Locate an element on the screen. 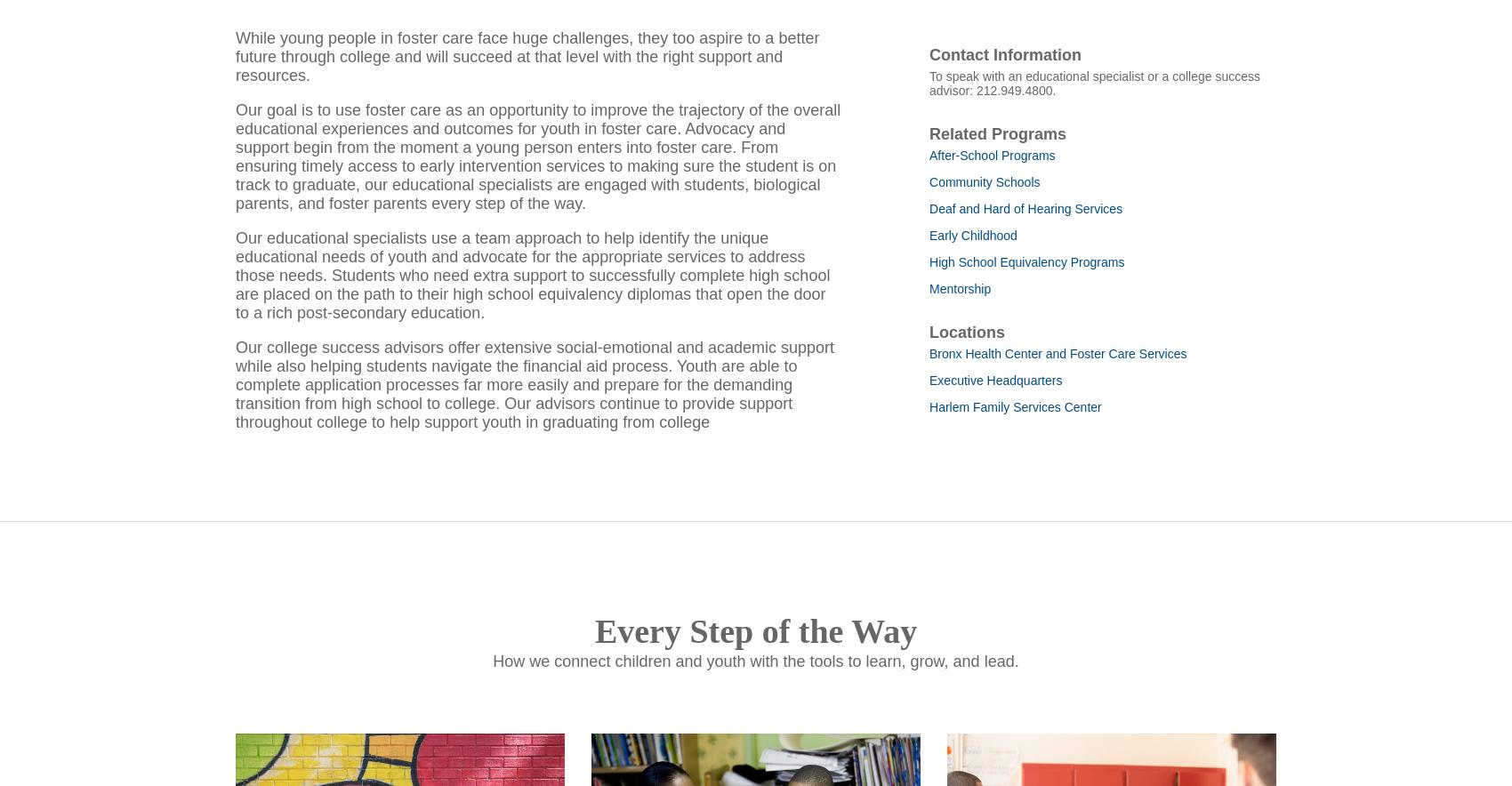  'While young people in foster care face huge challenges, they too aspire to a better future through college and will succeed at that level with the right support and resources.' is located at coordinates (526, 79).